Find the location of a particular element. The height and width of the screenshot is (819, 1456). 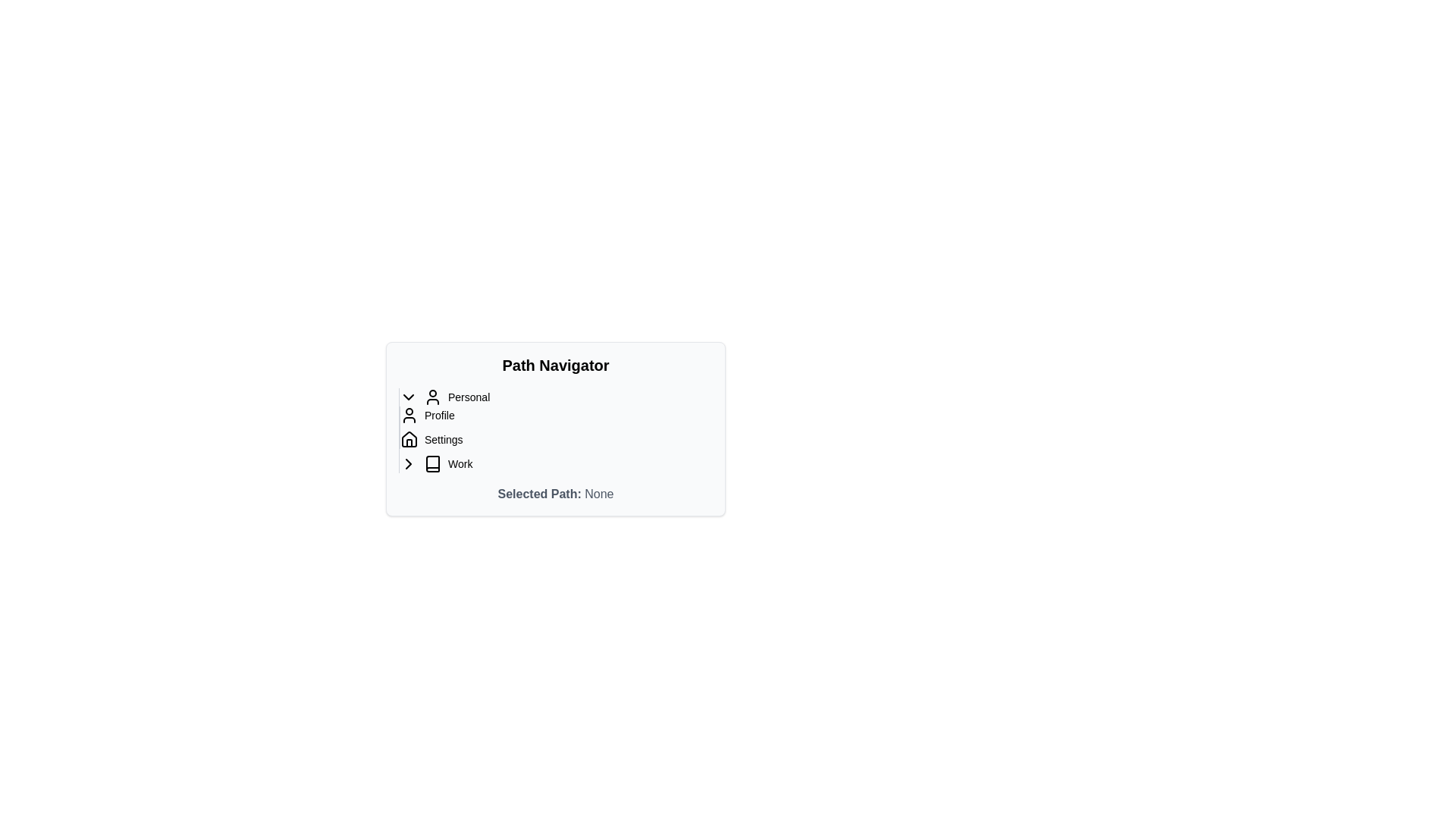

the Icon button (chevron) that serves as a dropdown toggle for revealing or hiding additional options is located at coordinates (408, 397).